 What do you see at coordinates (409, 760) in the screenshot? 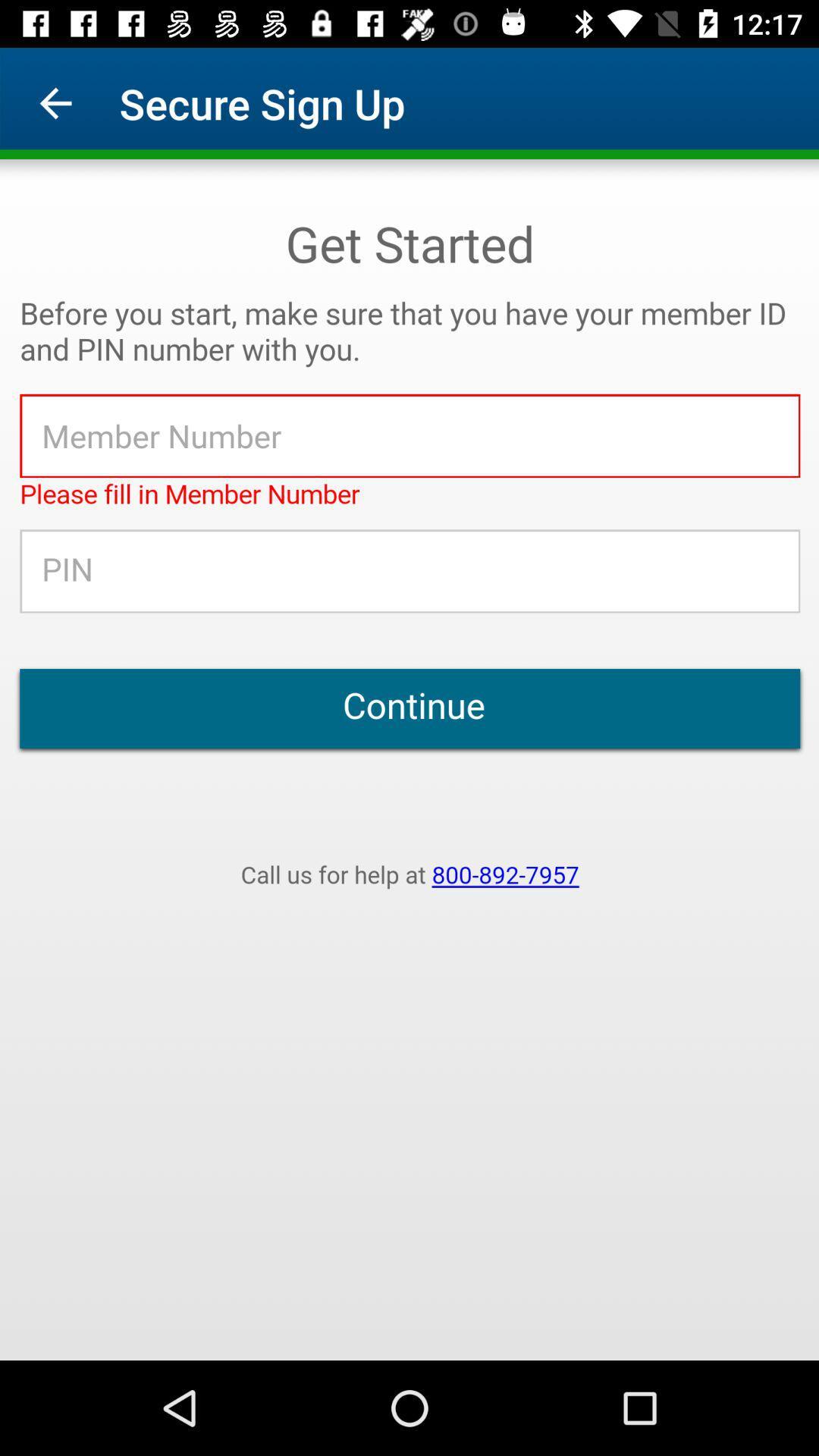
I see `item at the center` at bounding box center [409, 760].